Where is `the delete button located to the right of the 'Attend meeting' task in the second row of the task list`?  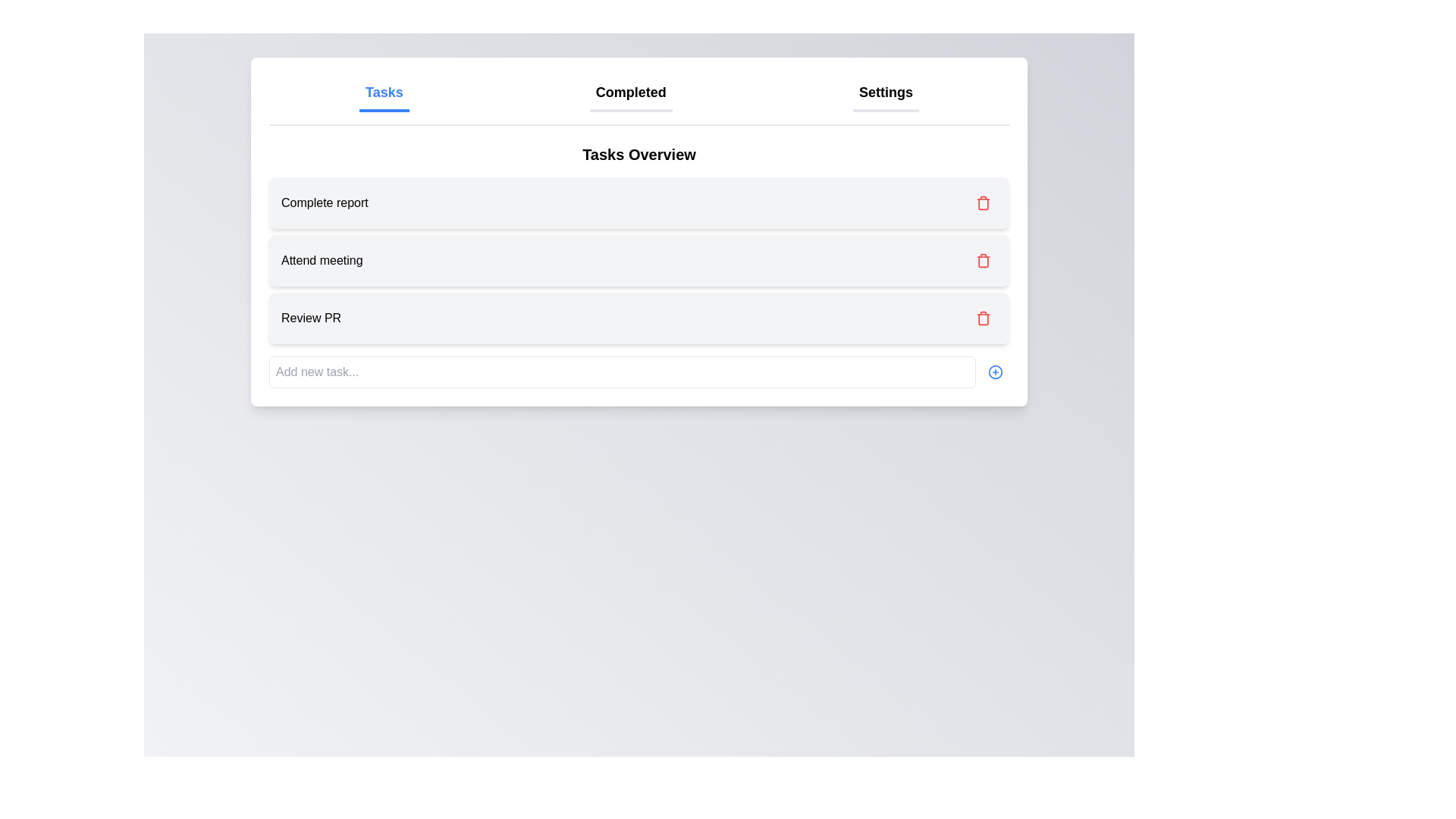
the delete button located to the right of the 'Attend meeting' task in the second row of the task list is located at coordinates (983, 259).